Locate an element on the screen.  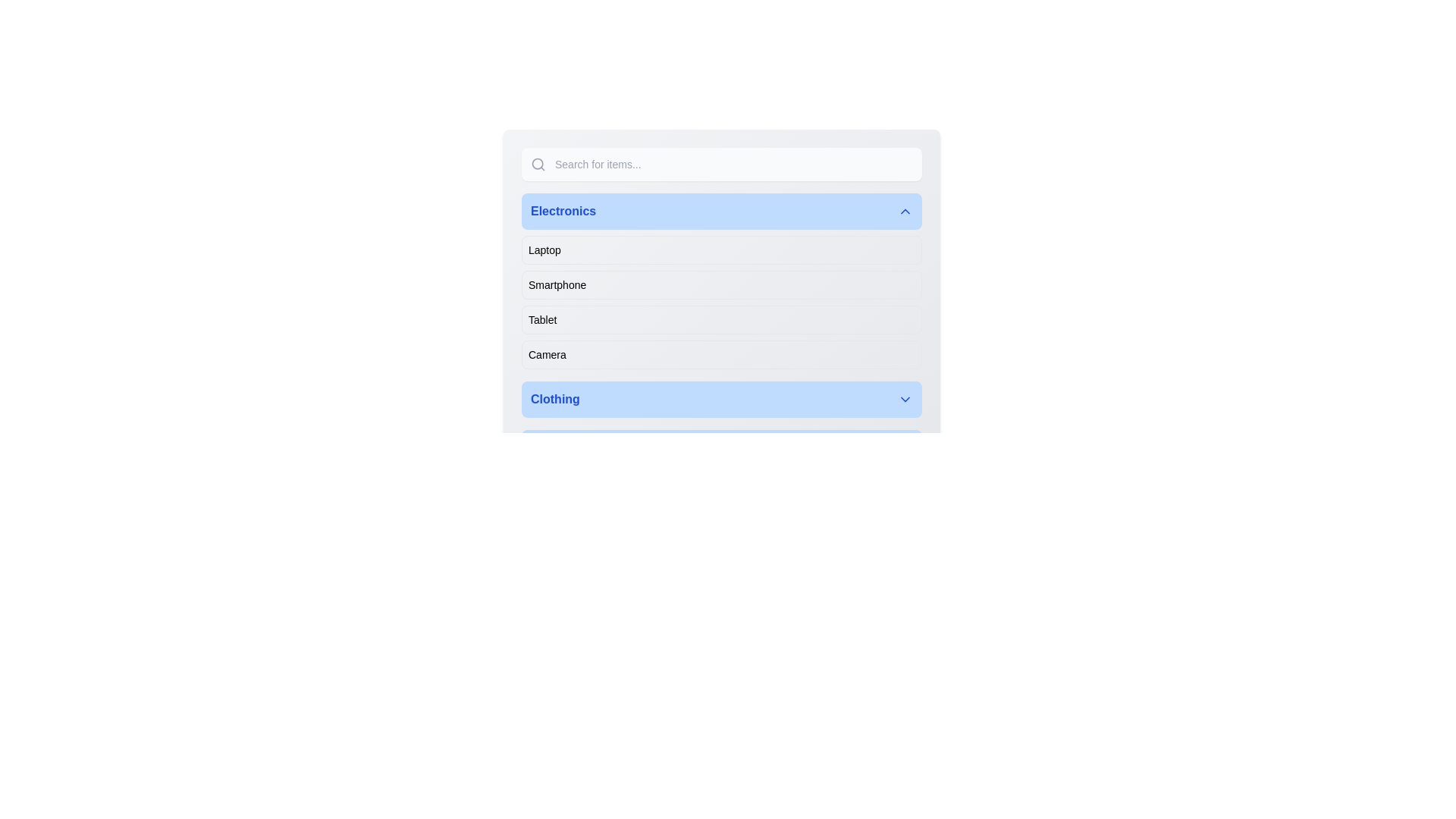
the circular part of the magnifying glass icon located within the left margin of the search field at the top of the UI is located at coordinates (538, 164).